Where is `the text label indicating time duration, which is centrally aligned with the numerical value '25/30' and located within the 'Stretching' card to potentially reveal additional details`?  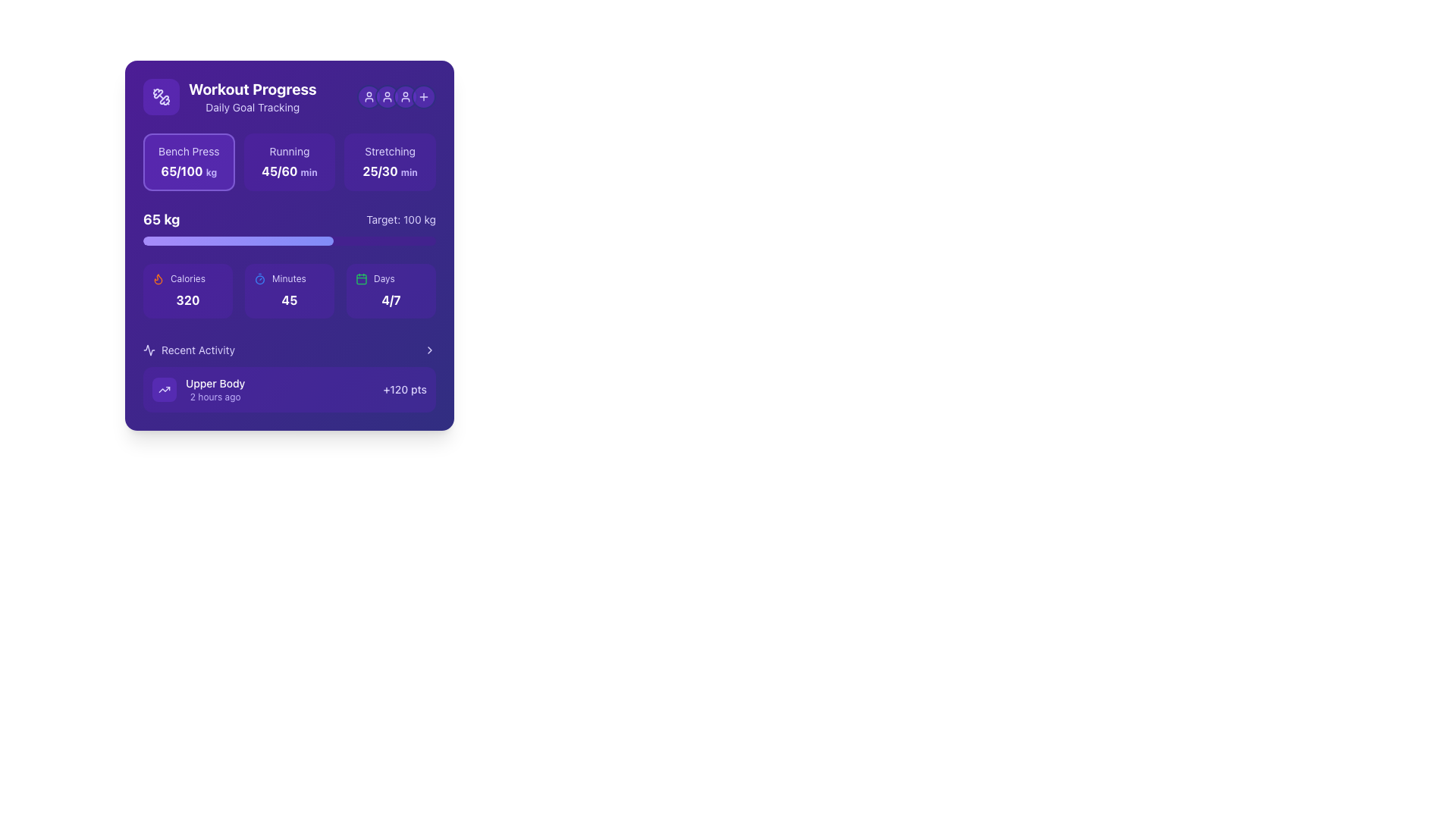
the text label indicating time duration, which is centrally aligned with the numerical value '25/30' and located within the 'Stretching' card to potentially reveal additional details is located at coordinates (409, 171).